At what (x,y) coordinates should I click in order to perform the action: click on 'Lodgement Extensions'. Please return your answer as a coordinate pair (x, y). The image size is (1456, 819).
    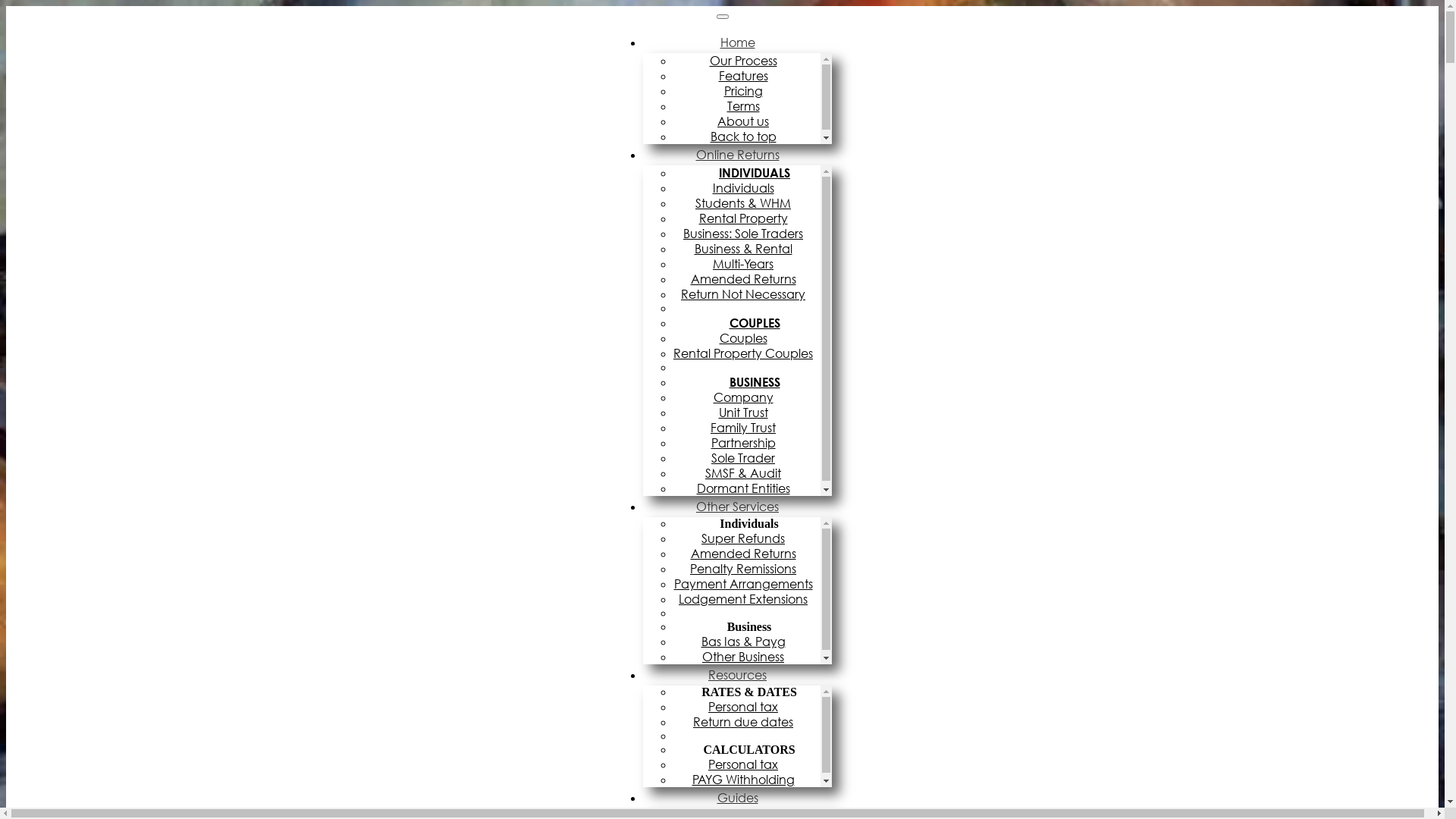
    Looking at the image, I should click on (746, 598).